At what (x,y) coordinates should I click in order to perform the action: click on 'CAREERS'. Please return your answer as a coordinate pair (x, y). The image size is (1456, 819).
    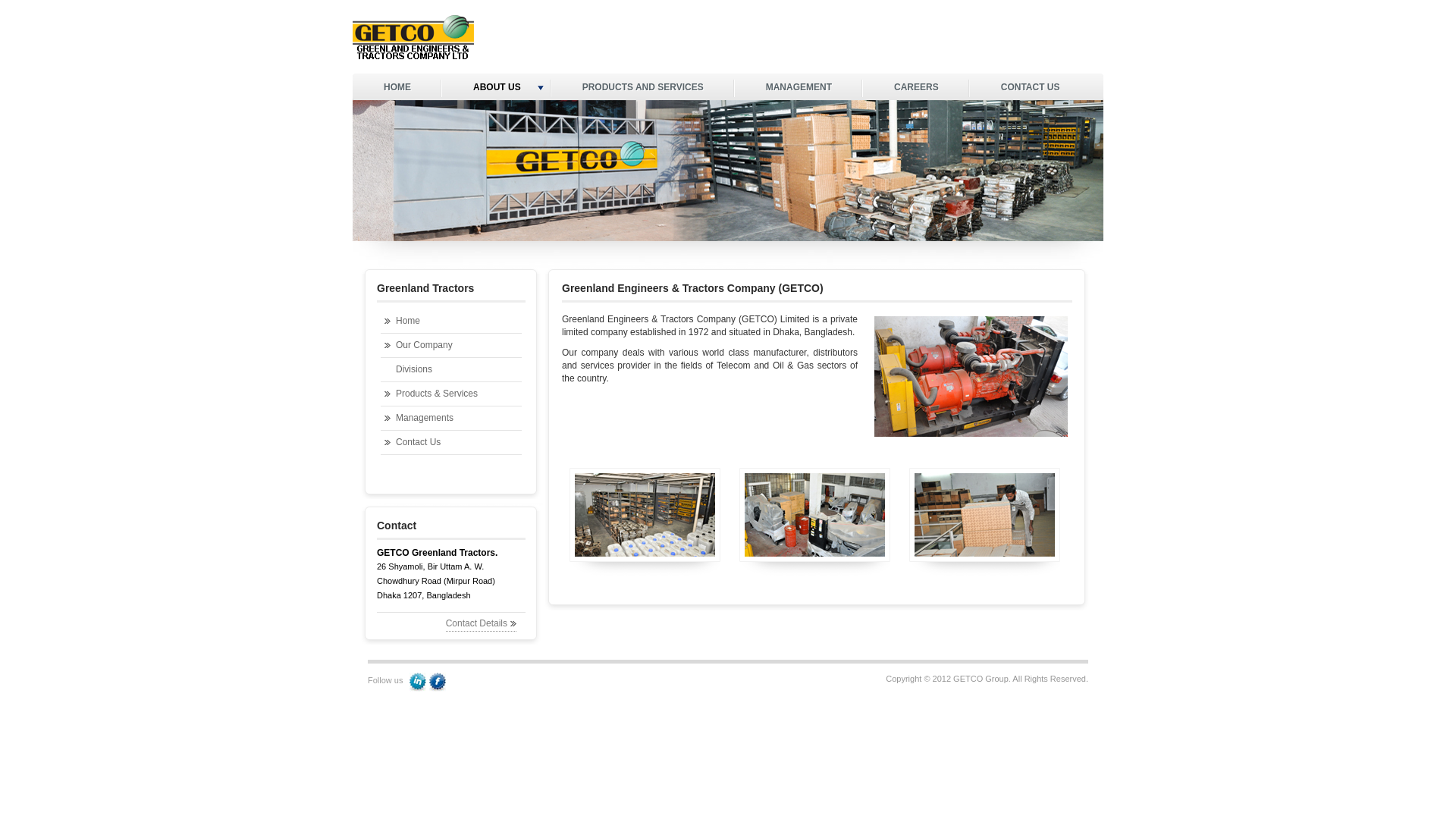
    Looking at the image, I should click on (915, 88).